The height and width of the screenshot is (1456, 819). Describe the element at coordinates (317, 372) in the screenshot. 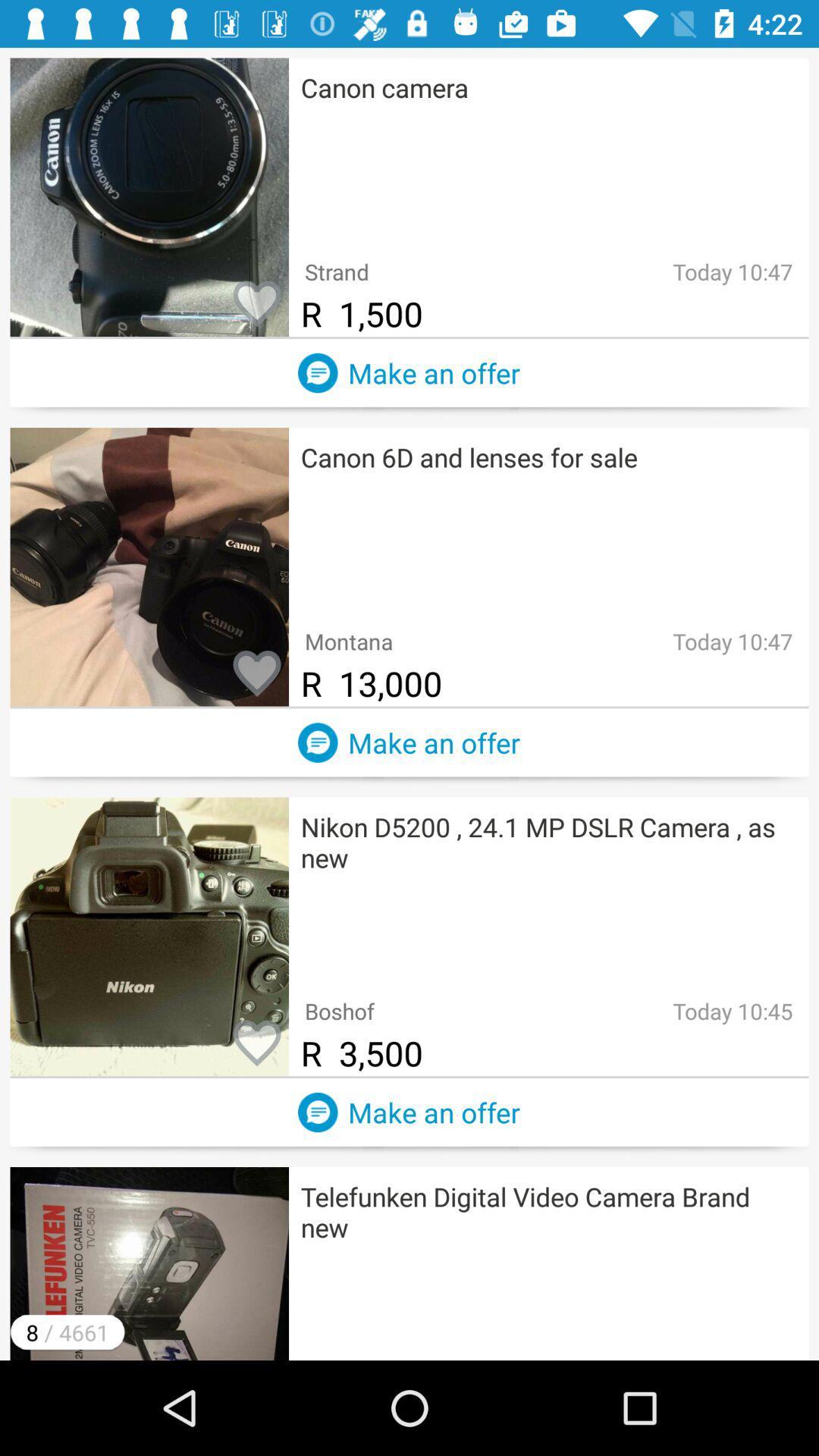

I see `a comment` at that location.